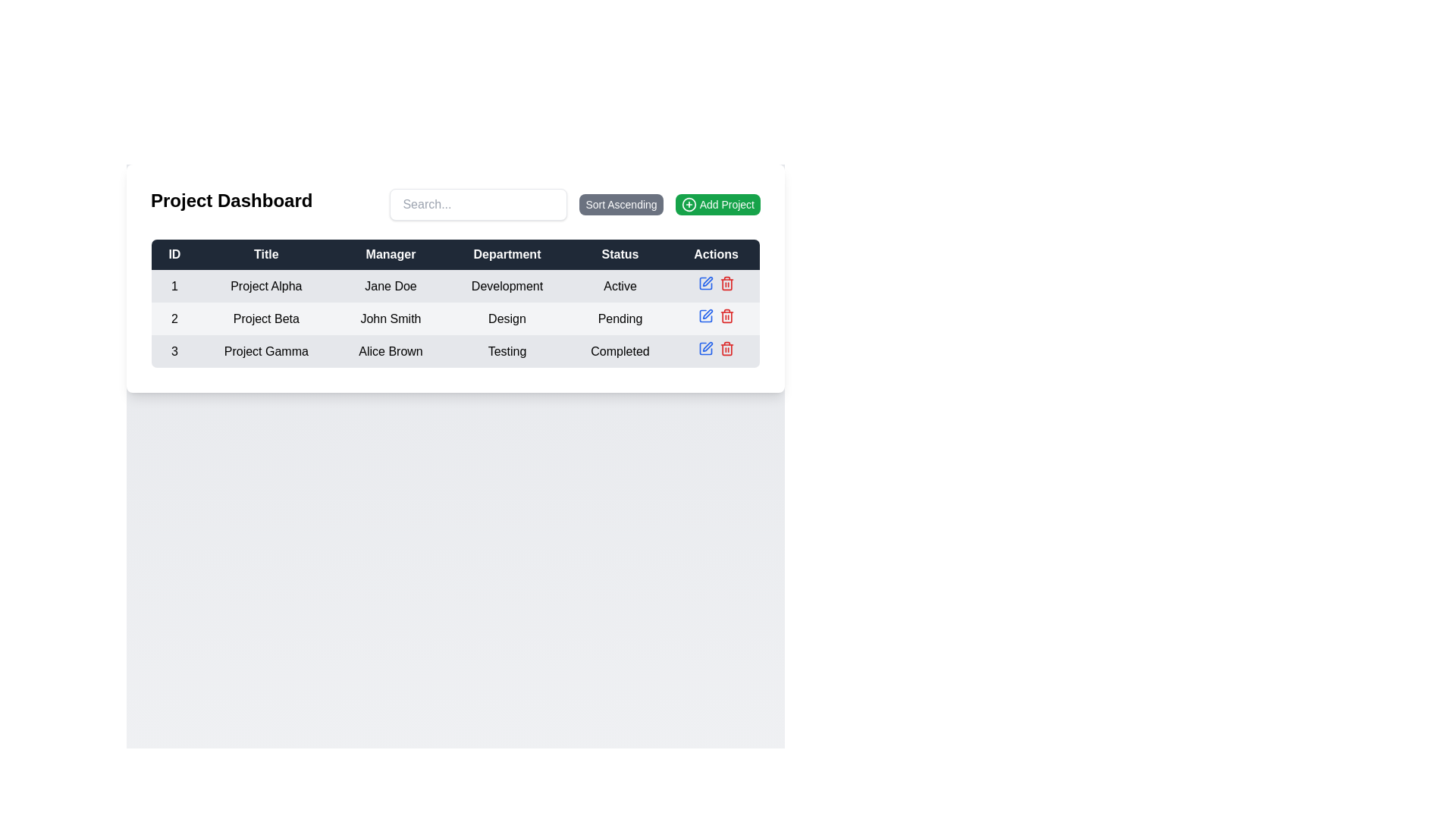 This screenshot has height=819, width=1456. I want to click on the edit icon located in the 'Actions' column of the table row labeled '3 Project Gamma Alice Brown Testing Completed', which is aligned at the far right of the row next to the 'Completed' status, so click(715, 351).